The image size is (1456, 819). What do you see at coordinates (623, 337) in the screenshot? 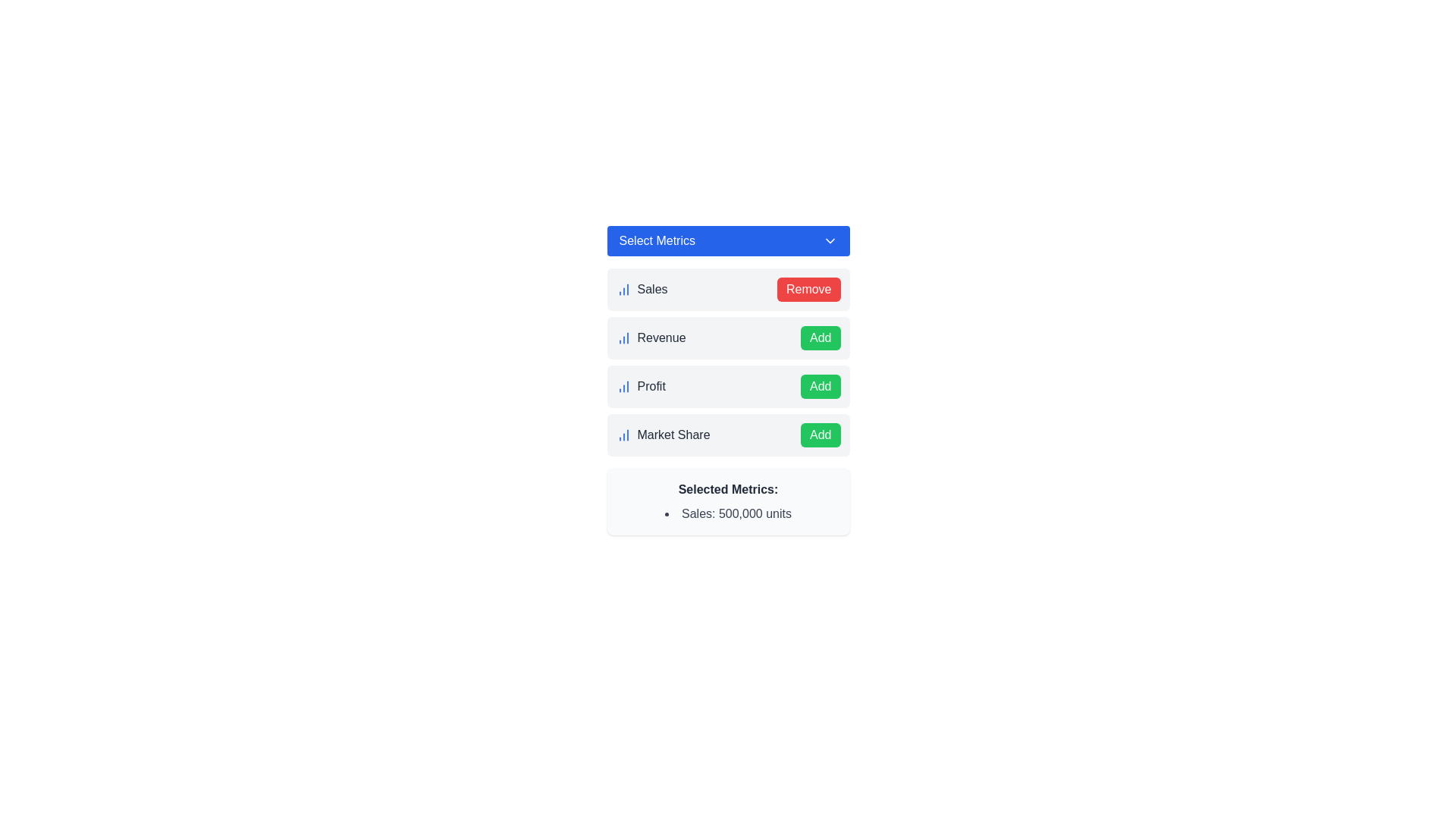
I see `the Revenue category icon, which is located to the left of the text 'Revenue' and second in the vertical list of metrics, following 'Sales' and preceding 'Profit'` at bounding box center [623, 337].